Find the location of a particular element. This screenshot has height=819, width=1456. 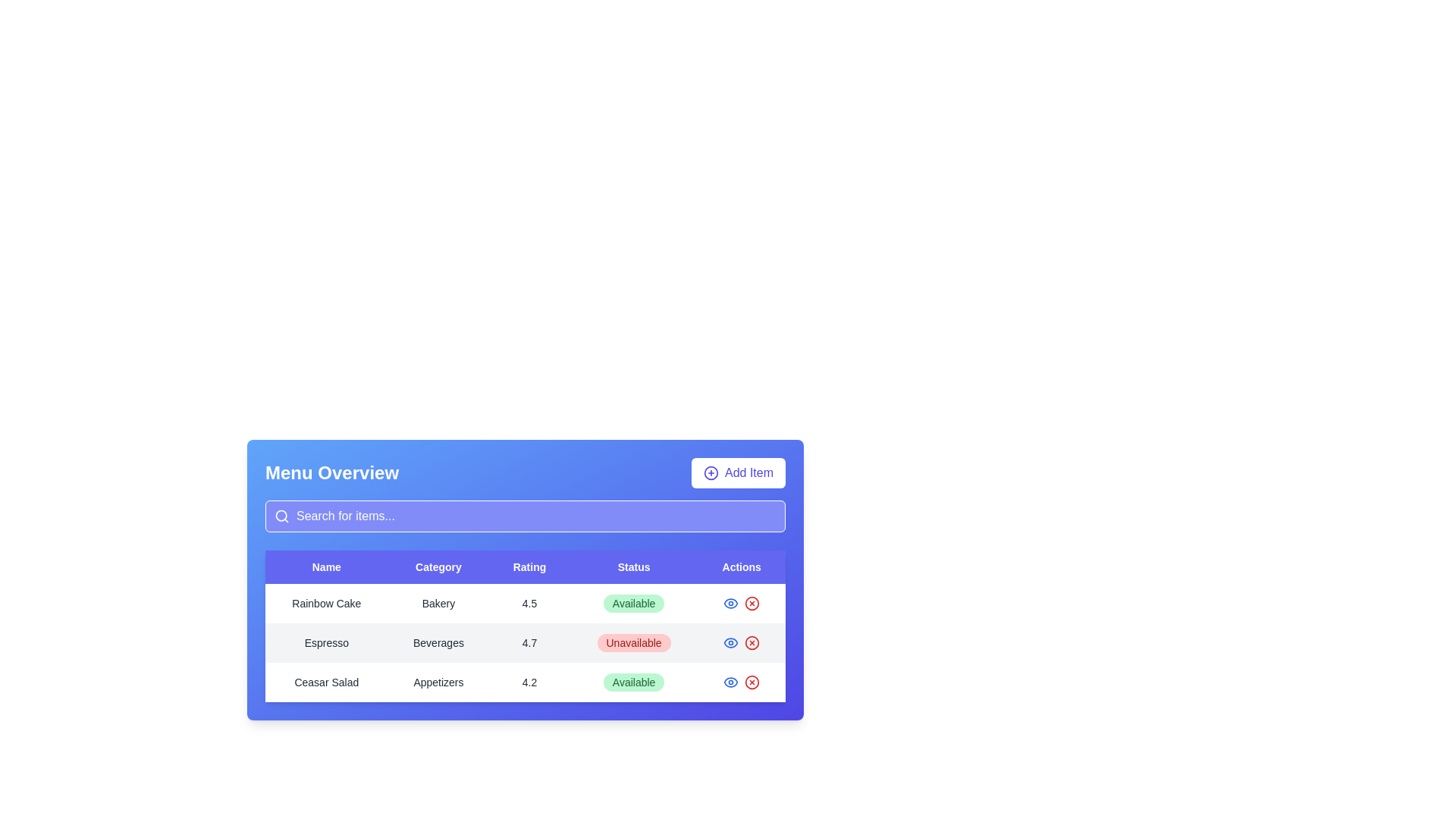

the group of actionable icon buttons in the last column of the table under the 'Actions' header corresponding to the 'Ceasar Salad' row is located at coordinates (742, 681).